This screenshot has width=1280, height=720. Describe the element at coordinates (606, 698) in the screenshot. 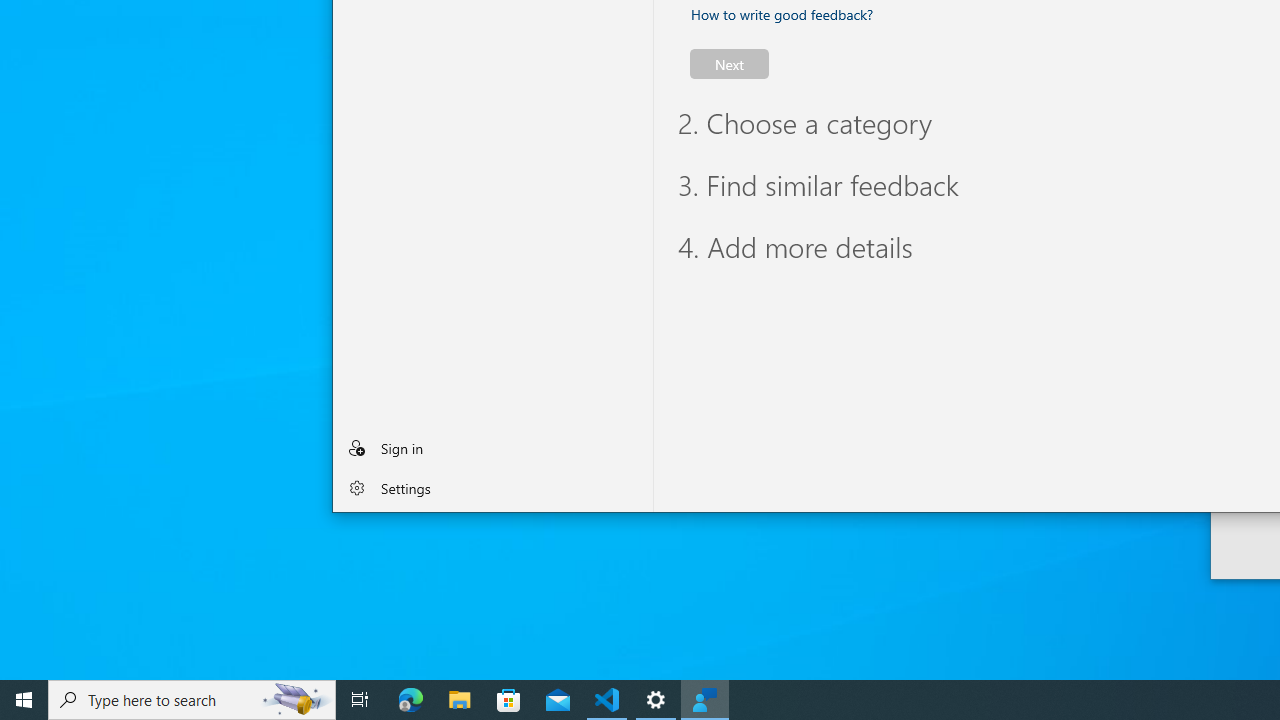

I see `'Visual Studio Code - 1 running window'` at that location.